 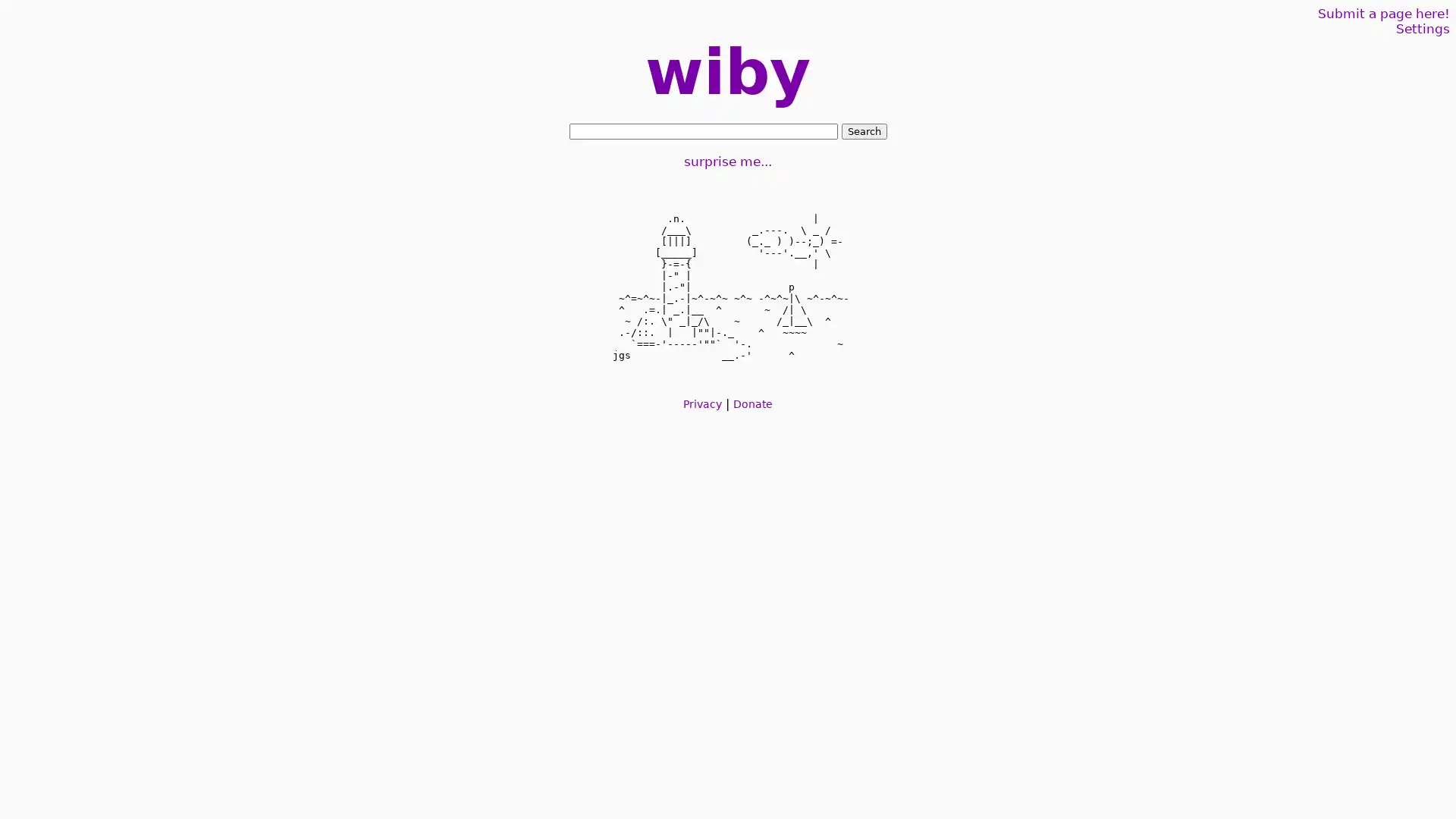 What do you see at coordinates (863, 130) in the screenshot?
I see `Search` at bounding box center [863, 130].